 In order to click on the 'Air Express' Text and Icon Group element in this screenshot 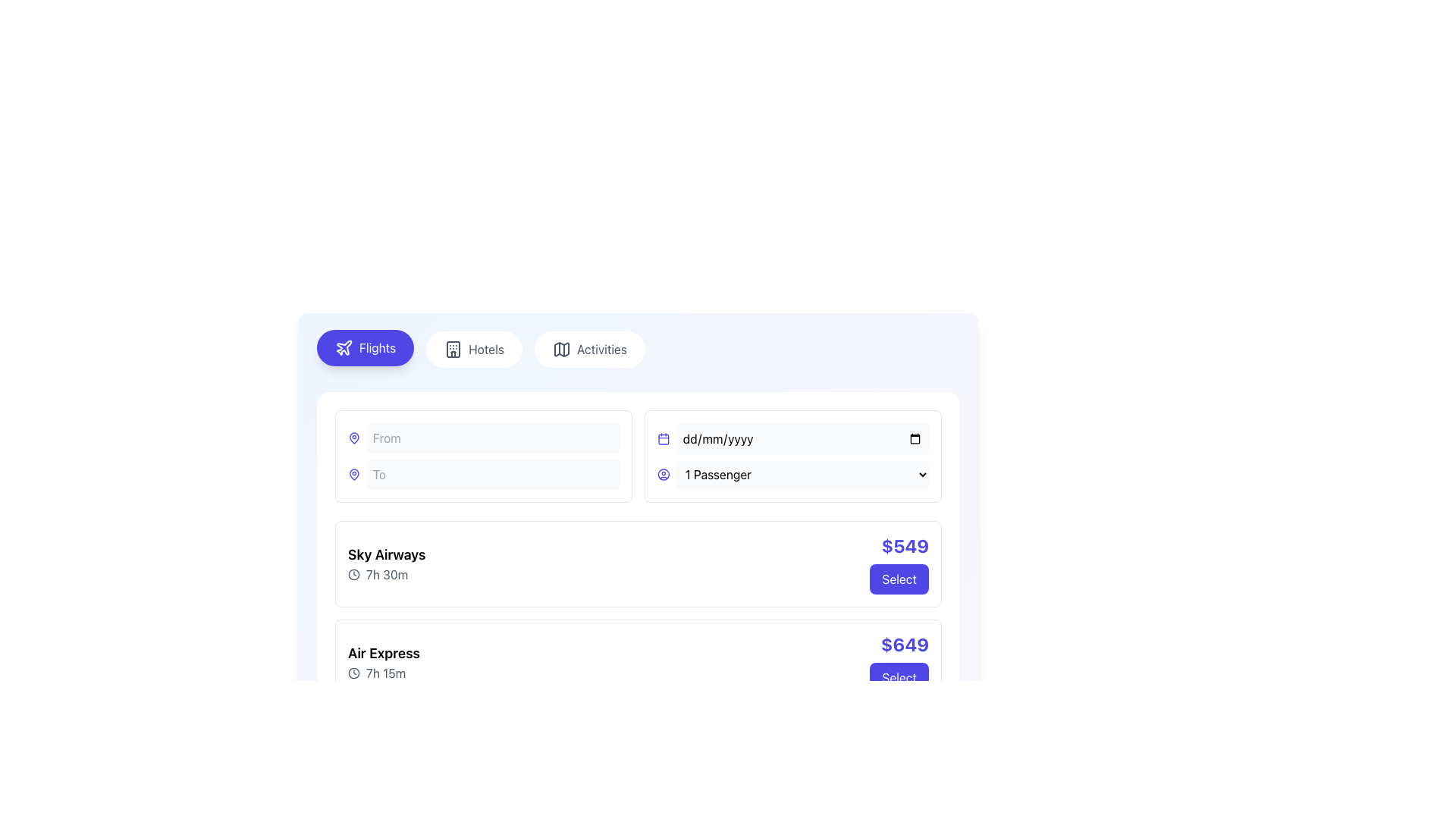, I will do `click(384, 662)`.